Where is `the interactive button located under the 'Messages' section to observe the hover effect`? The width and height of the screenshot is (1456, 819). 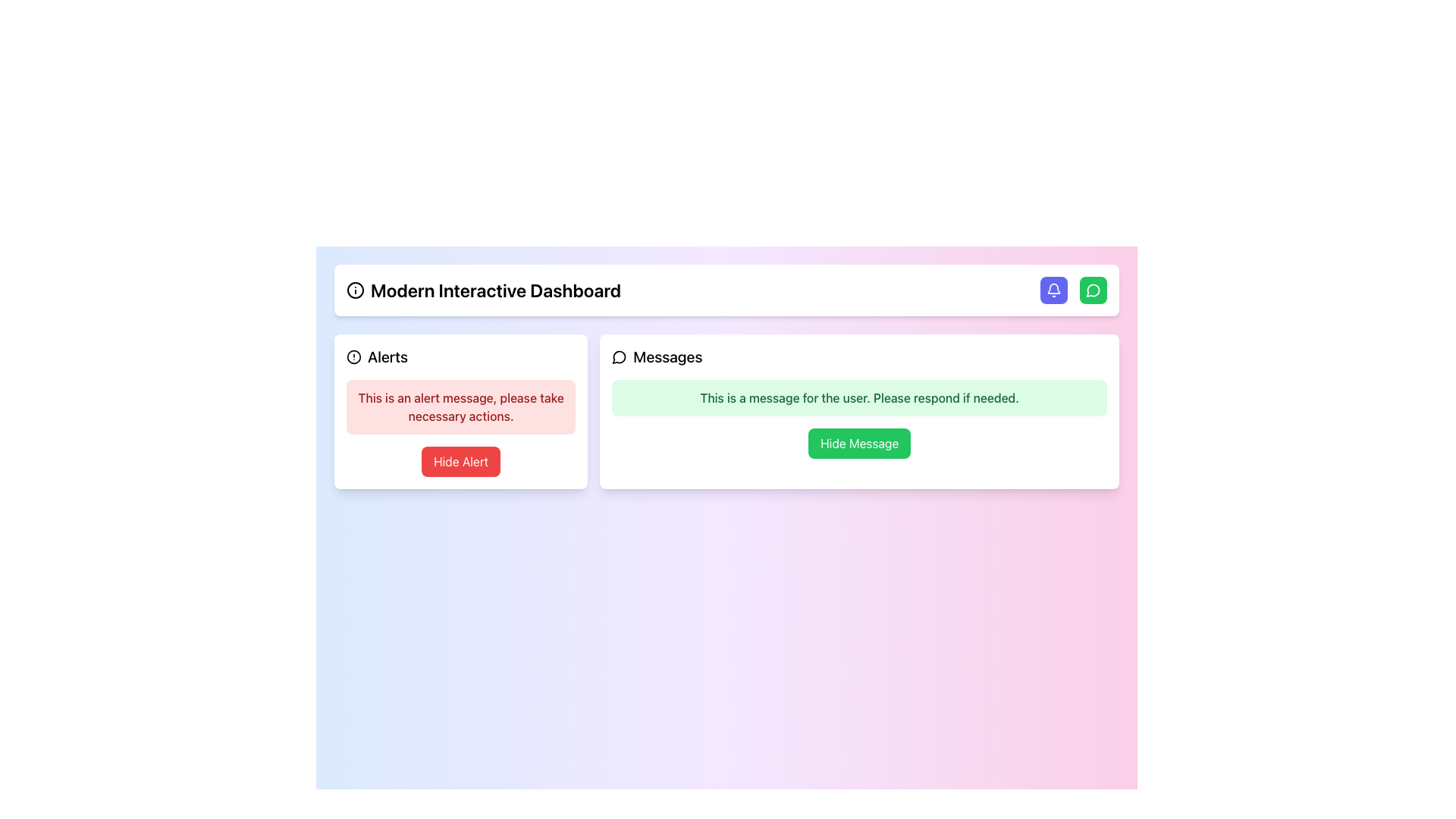
the interactive button located under the 'Messages' section to observe the hover effect is located at coordinates (859, 444).